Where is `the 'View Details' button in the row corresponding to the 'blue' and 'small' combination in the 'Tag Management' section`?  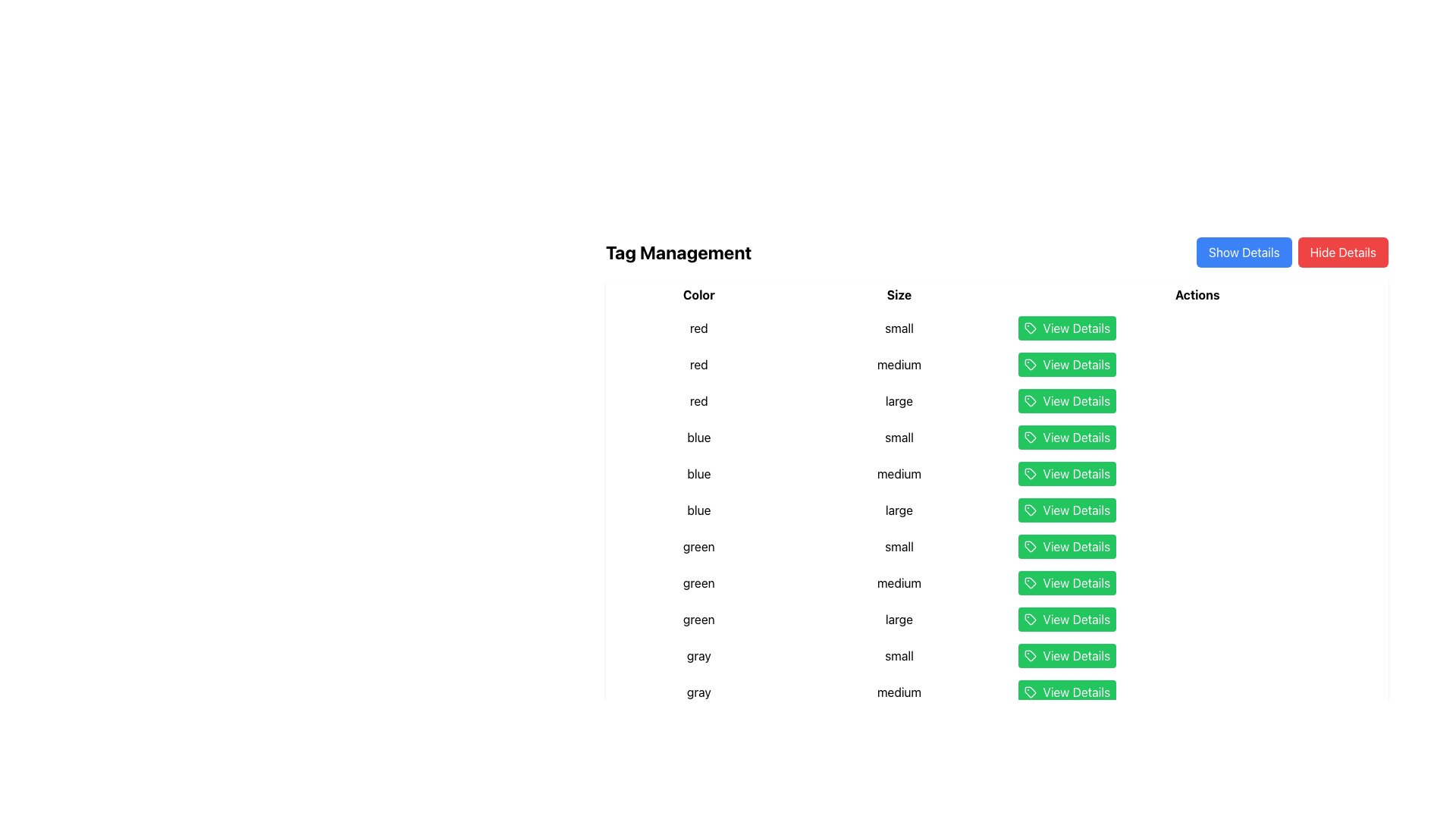
the 'View Details' button in the row corresponding to the 'blue' and 'small' combination in the 'Tag Management' section is located at coordinates (997, 438).